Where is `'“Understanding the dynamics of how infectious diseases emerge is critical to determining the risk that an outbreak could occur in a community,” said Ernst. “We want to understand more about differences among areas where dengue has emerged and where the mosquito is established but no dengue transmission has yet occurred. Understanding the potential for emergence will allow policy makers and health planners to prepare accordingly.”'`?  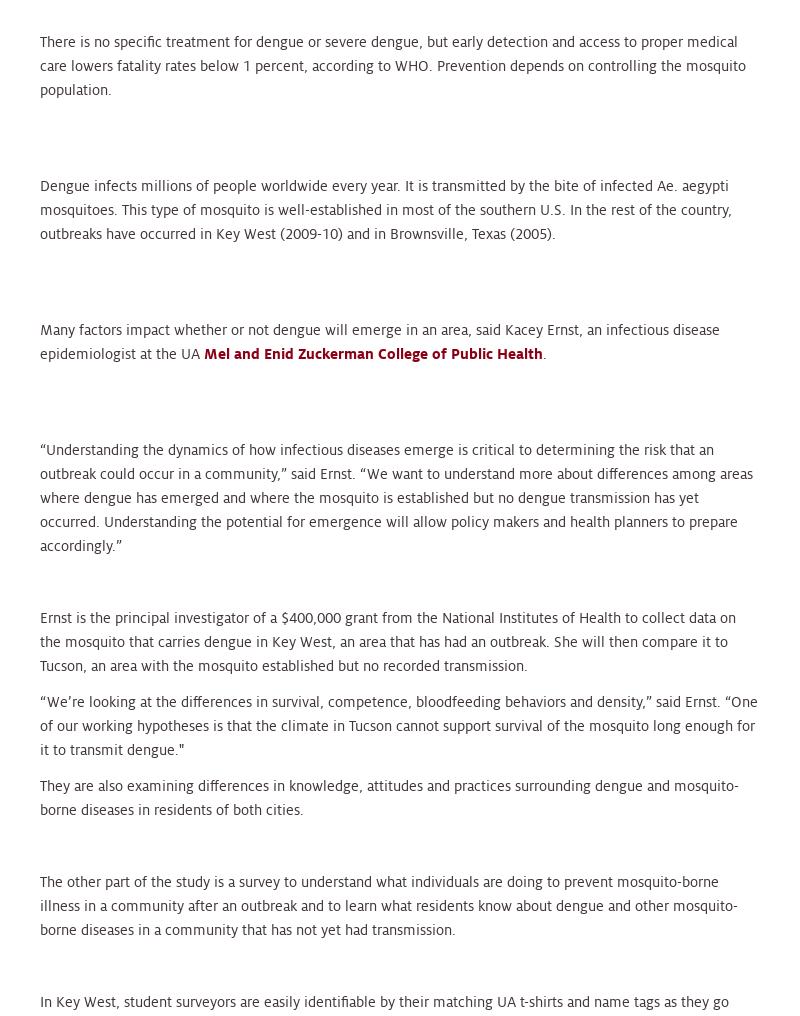
'“Understanding the dynamics of how infectious diseases emerge is critical to determining the risk that an outbreak could occur in a community,” said Ernst. “We want to understand more about differences among areas where dengue has emerged and where the mosquito is established but no dengue transmission has yet occurred. Understanding the potential for emergence will allow policy makers and health planners to prepare accordingly.”' is located at coordinates (395, 497).